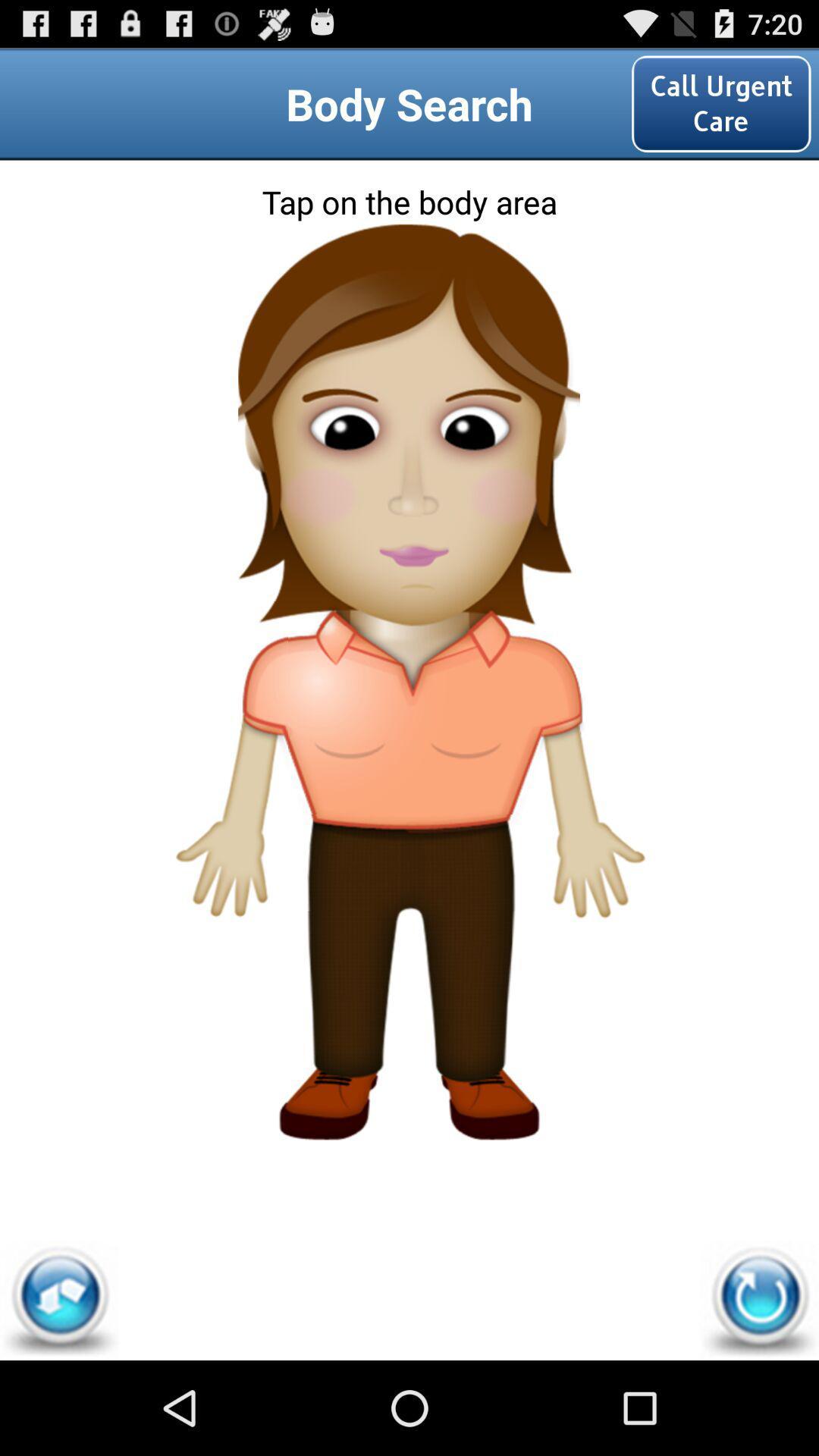 Image resolution: width=819 pixels, height=1456 pixels. What do you see at coordinates (720, 103) in the screenshot?
I see `call urgent care` at bounding box center [720, 103].